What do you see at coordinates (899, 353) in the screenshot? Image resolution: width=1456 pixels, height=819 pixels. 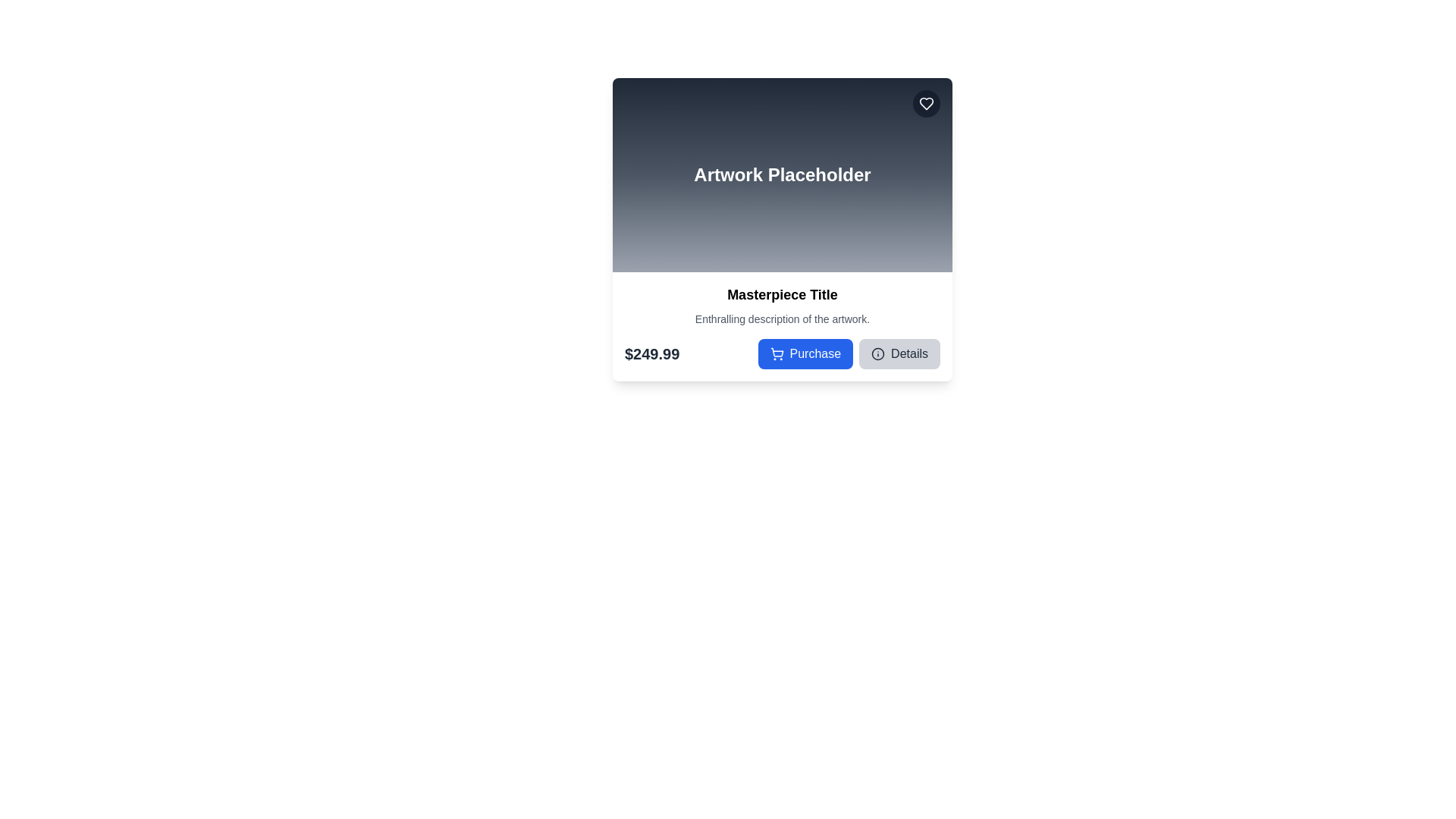 I see `the 'Details' button located in the lower right corner of the card component for keyboard interaction` at bounding box center [899, 353].